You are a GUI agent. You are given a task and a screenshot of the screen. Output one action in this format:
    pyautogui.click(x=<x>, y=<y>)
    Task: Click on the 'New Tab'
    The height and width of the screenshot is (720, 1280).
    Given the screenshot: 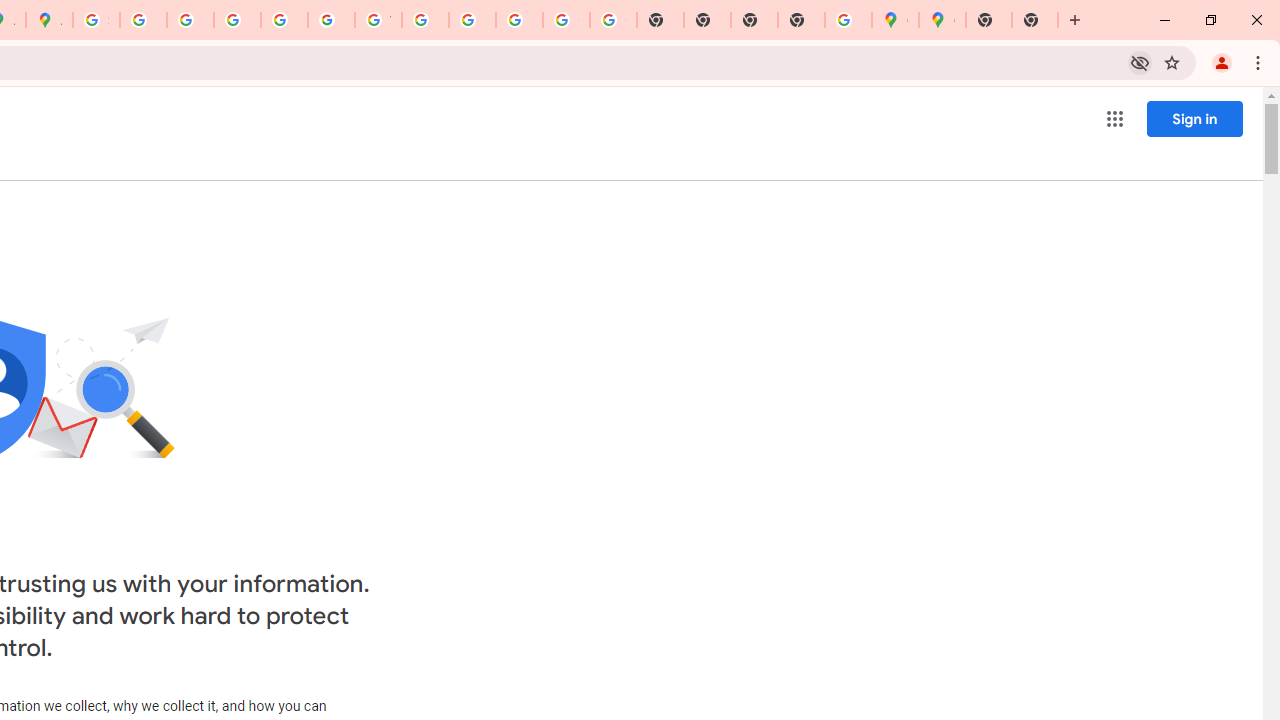 What is the action you would take?
    pyautogui.click(x=1035, y=20)
    